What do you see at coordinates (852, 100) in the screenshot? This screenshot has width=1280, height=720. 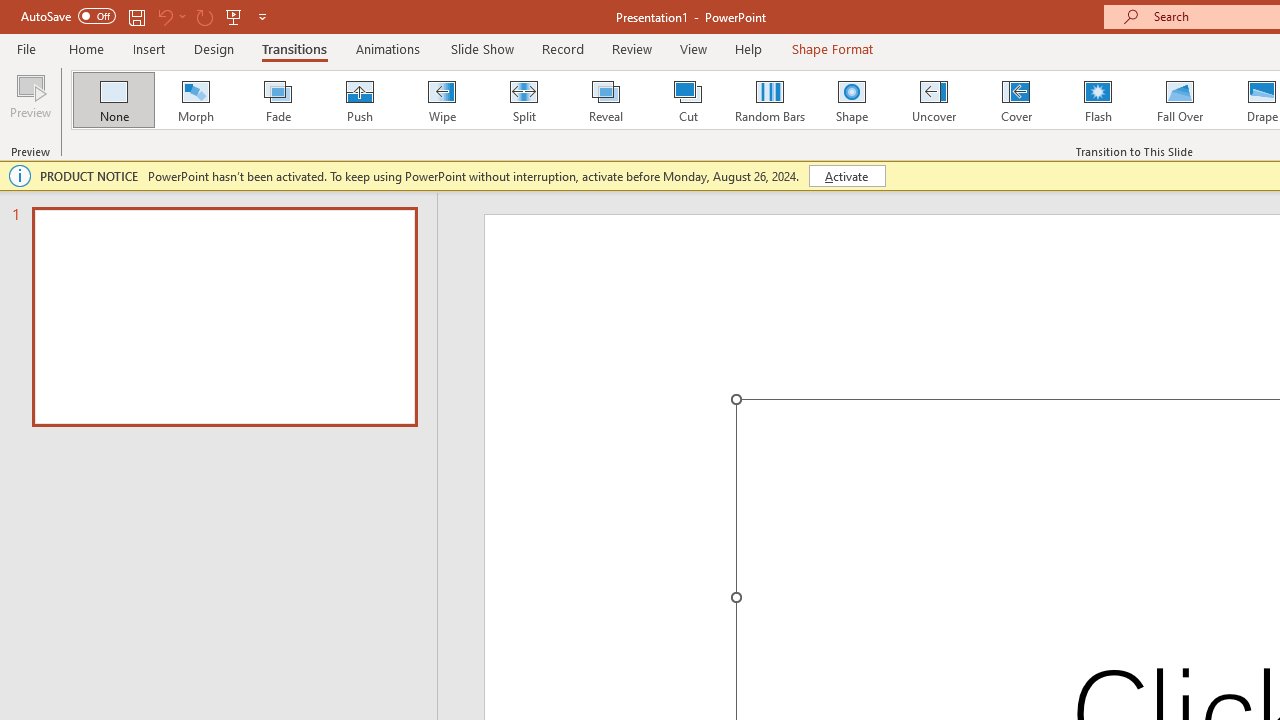 I see `'Shape'` at bounding box center [852, 100].